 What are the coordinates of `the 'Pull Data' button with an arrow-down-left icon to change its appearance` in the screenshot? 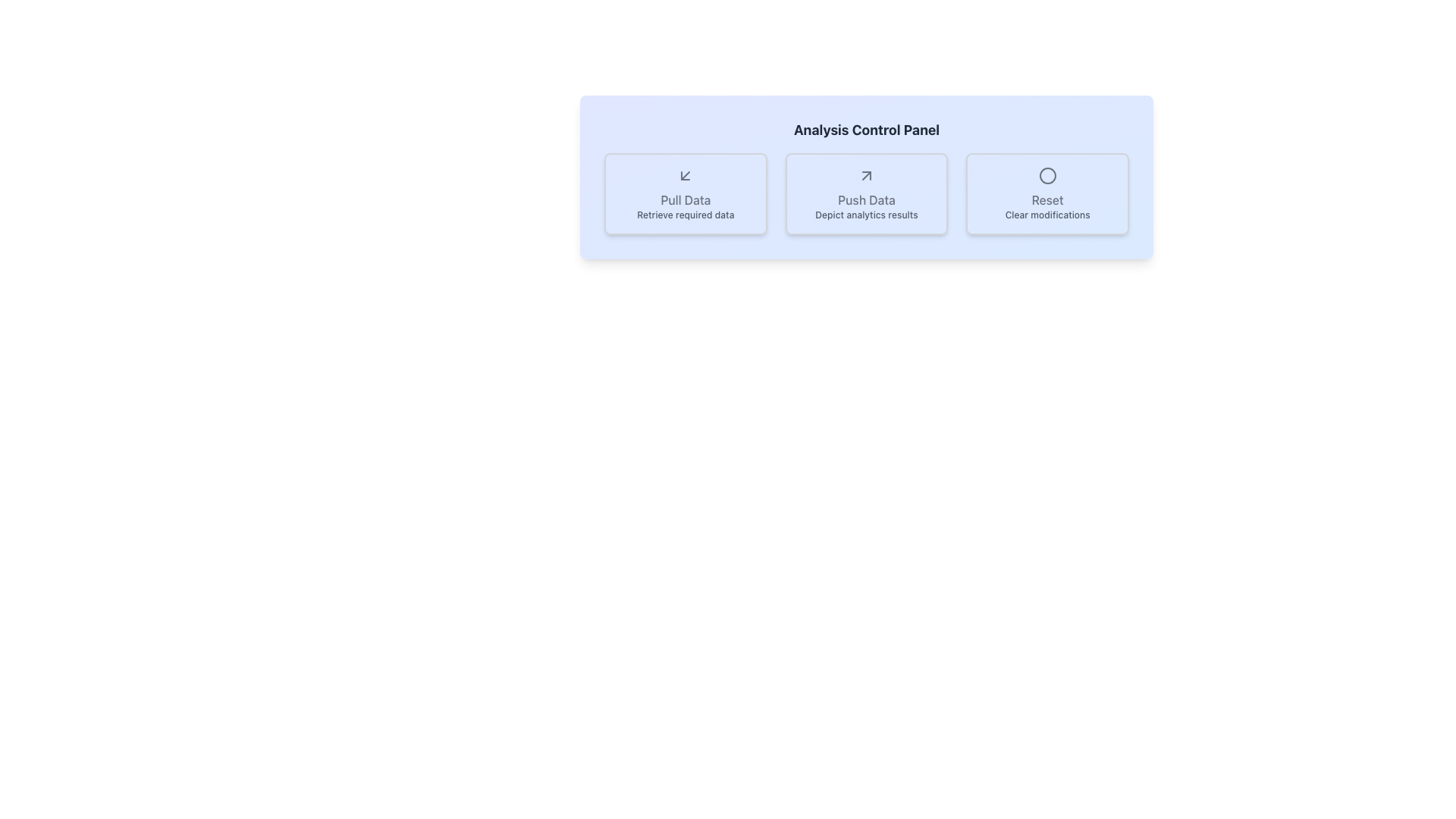 It's located at (685, 193).